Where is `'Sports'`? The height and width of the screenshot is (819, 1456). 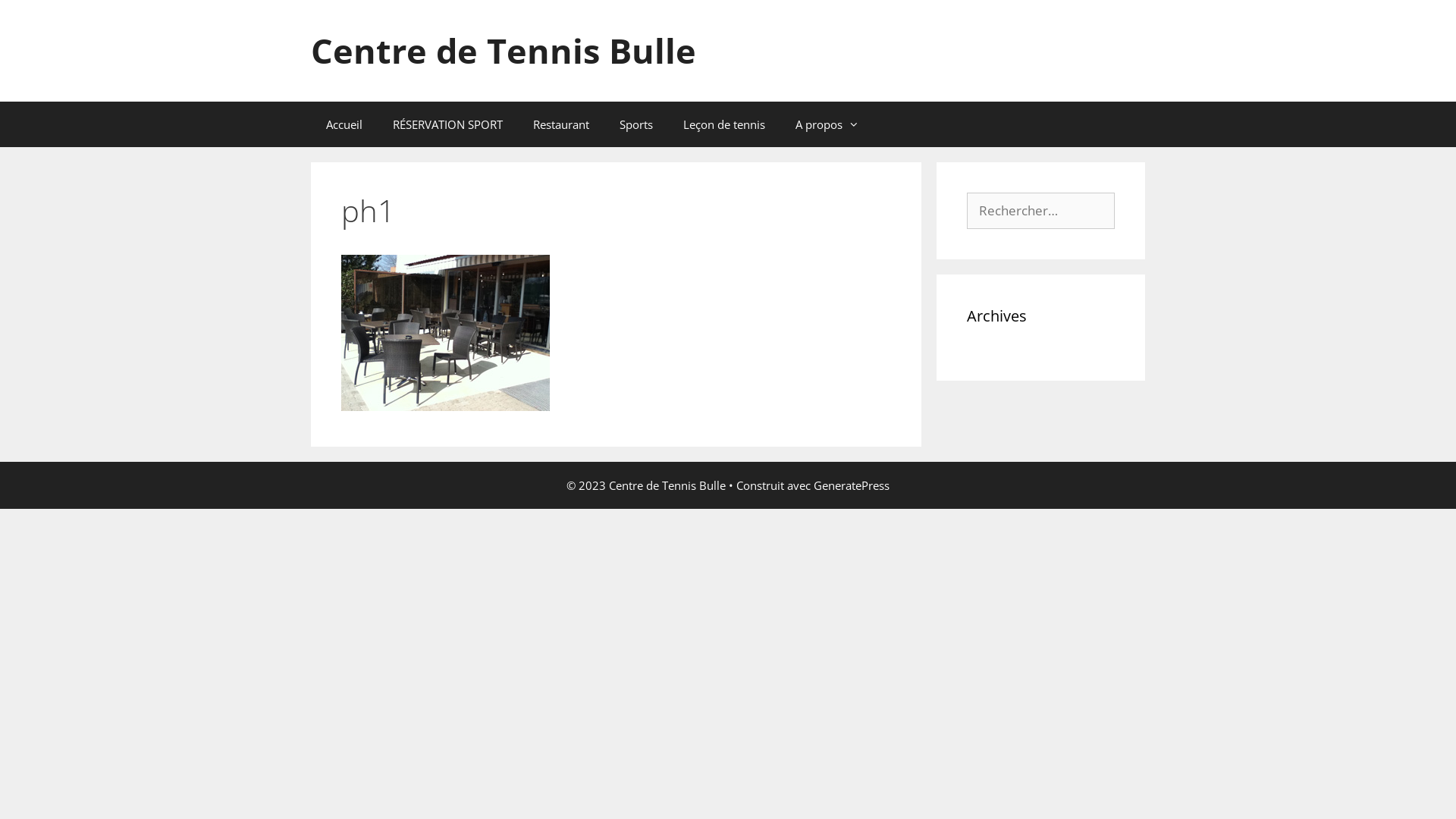
'Sports' is located at coordinates (636, 124).